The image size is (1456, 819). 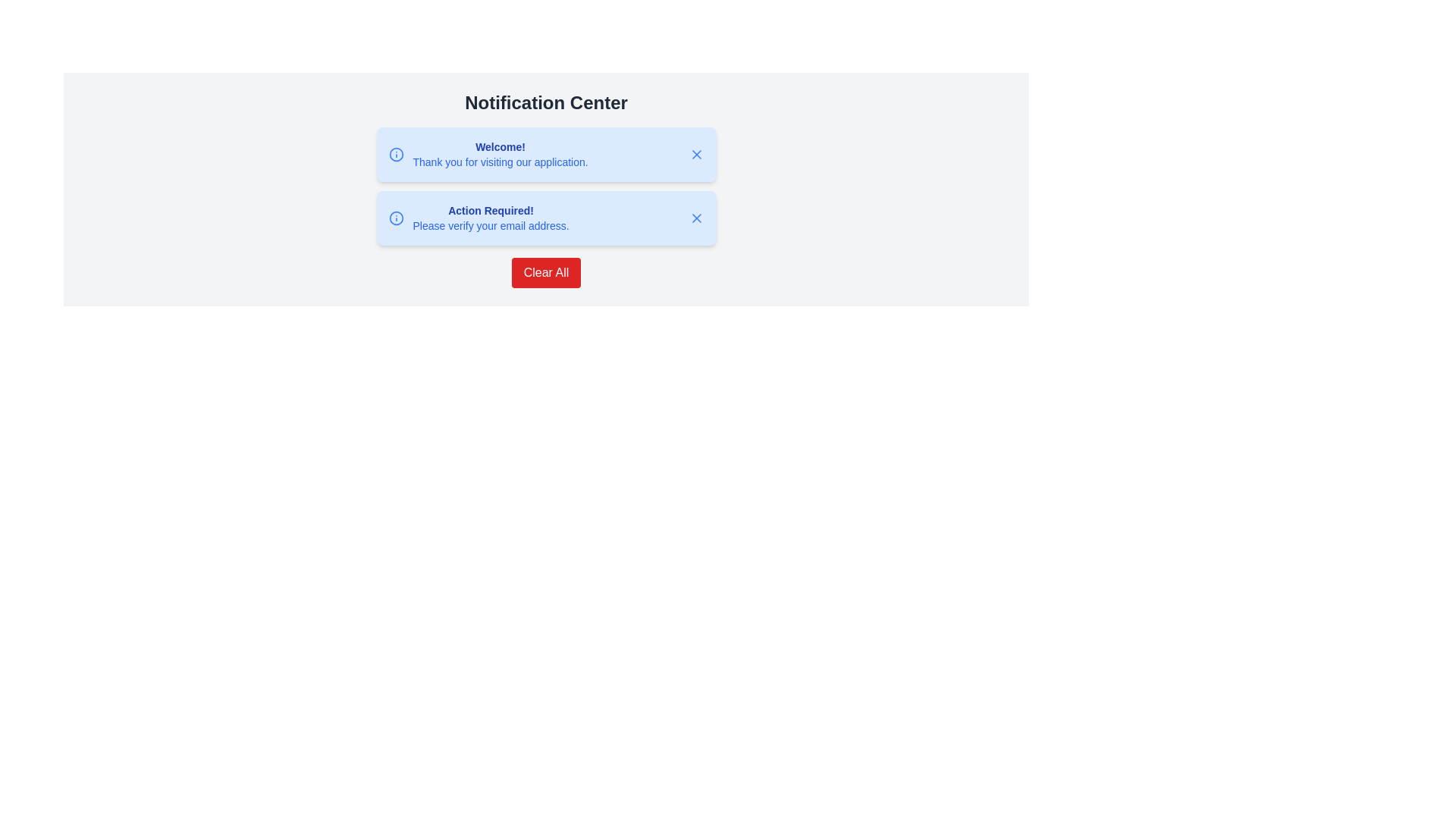 I want to click on the text label that states 'Thank you for visiting our application.' located inside the notification box below the 'Welcome!' text, so click(x=500, y=162).